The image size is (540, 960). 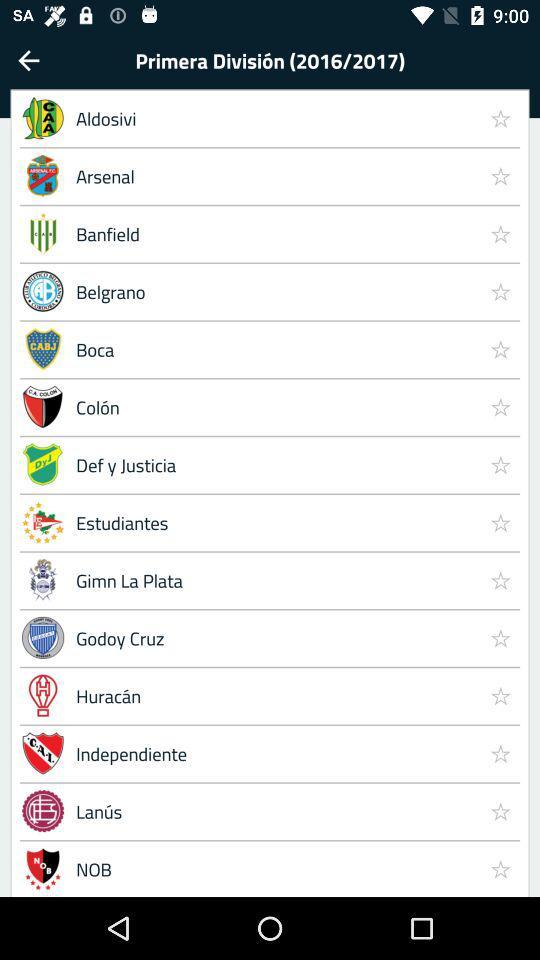 I want to click on the item to the right of the banfield item, so click(x=499, y=290).